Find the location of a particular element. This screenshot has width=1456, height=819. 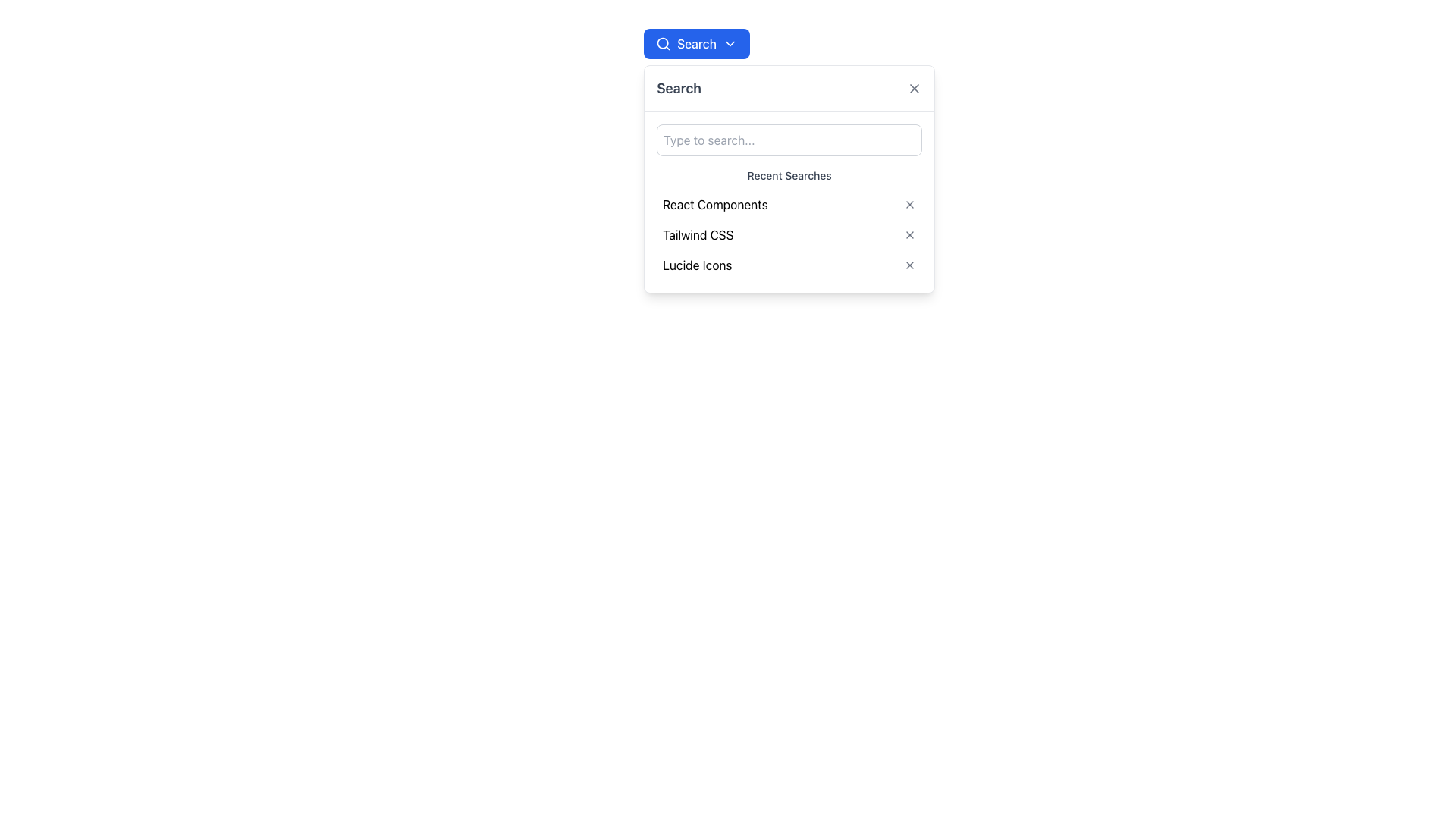

the delete button located at the far right of the row labeled 'Tailwind CSS' in the recent searches section is located at coordinates (910, 234).